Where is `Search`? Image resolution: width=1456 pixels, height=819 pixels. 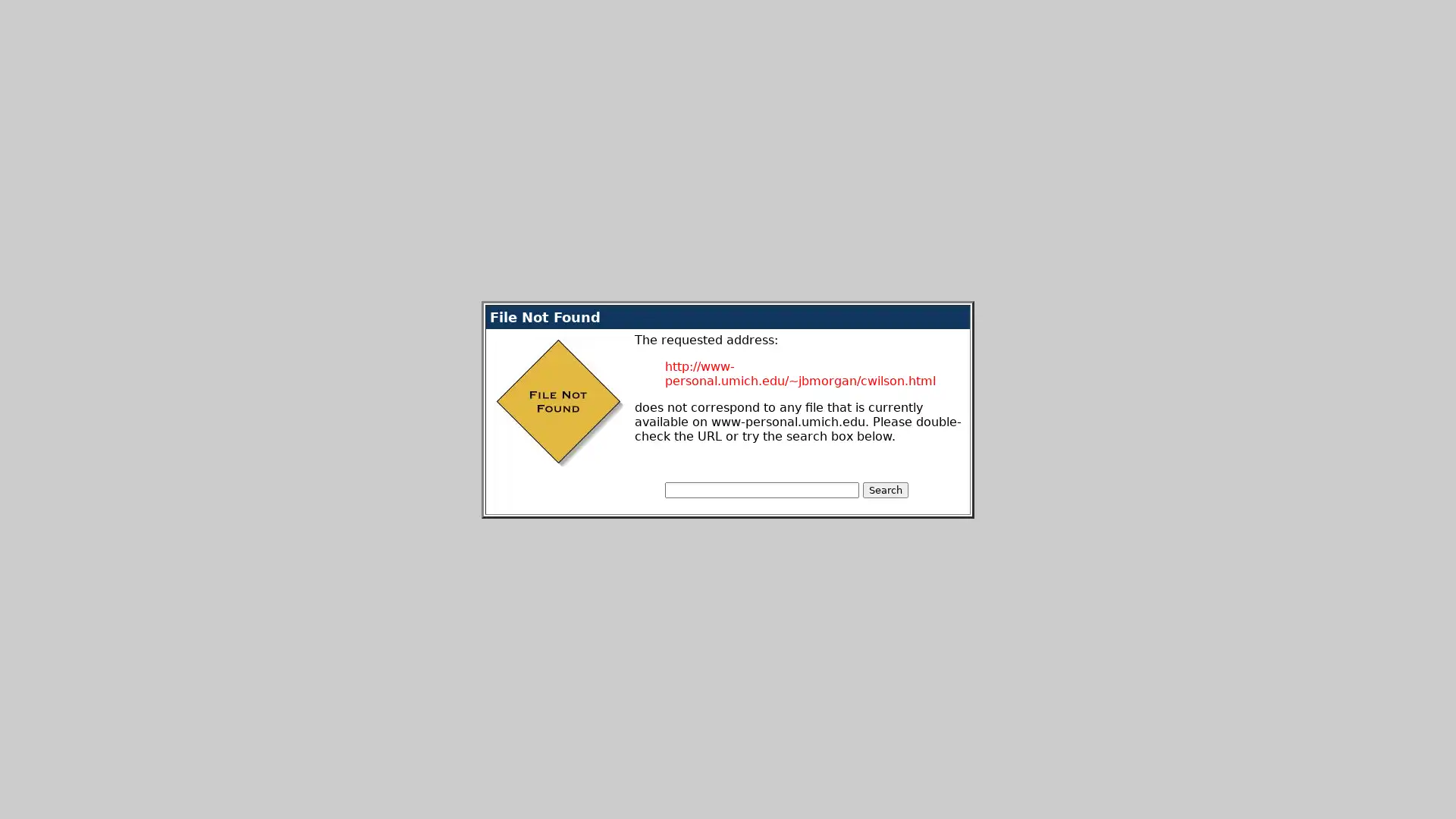
Search is located at coordinates (885, 489).